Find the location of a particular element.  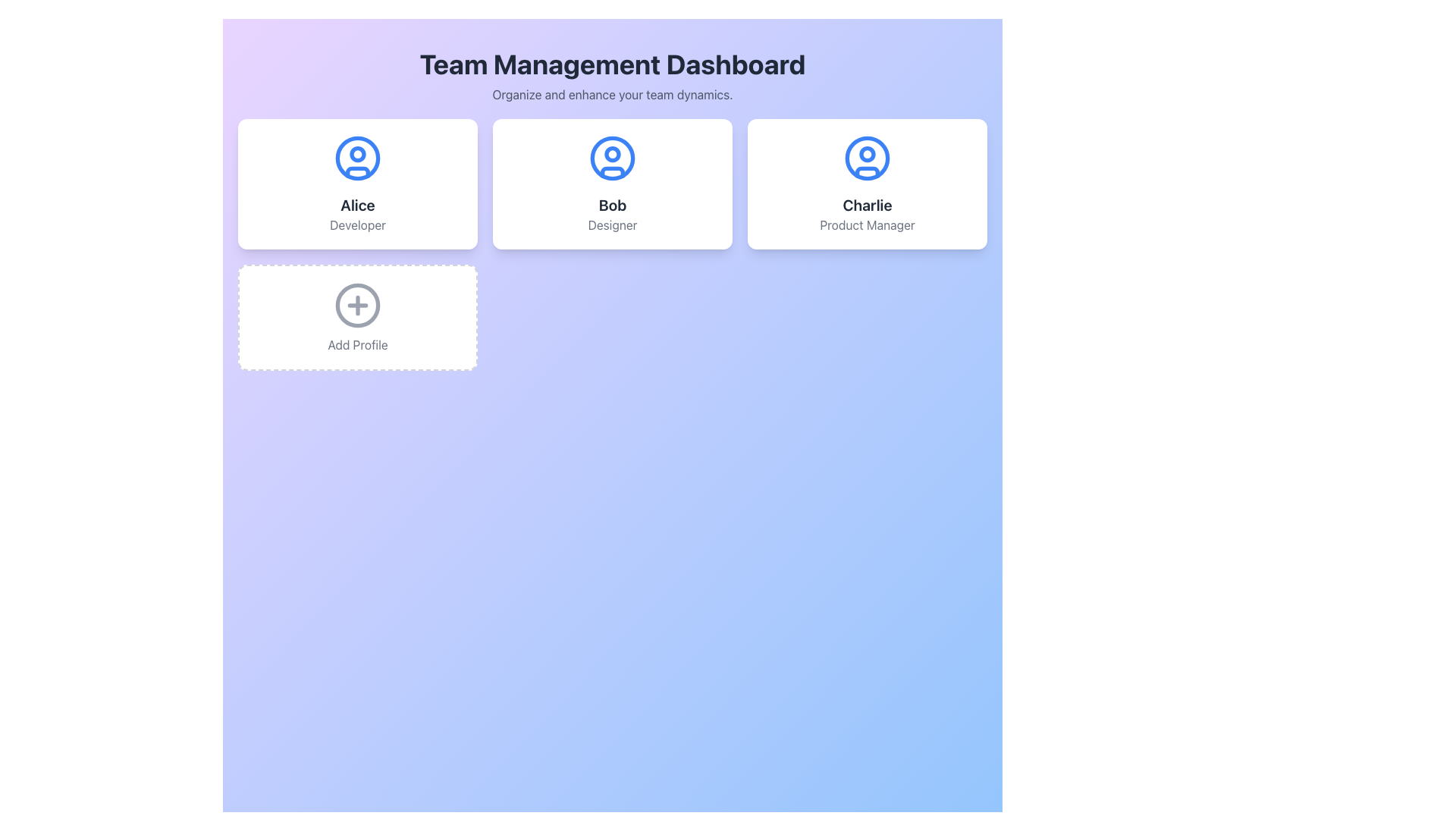

the circular gray outlined Icon Button with a plus sign in the center located within the 'Add Profile' card is located at coordinates (356, 305).